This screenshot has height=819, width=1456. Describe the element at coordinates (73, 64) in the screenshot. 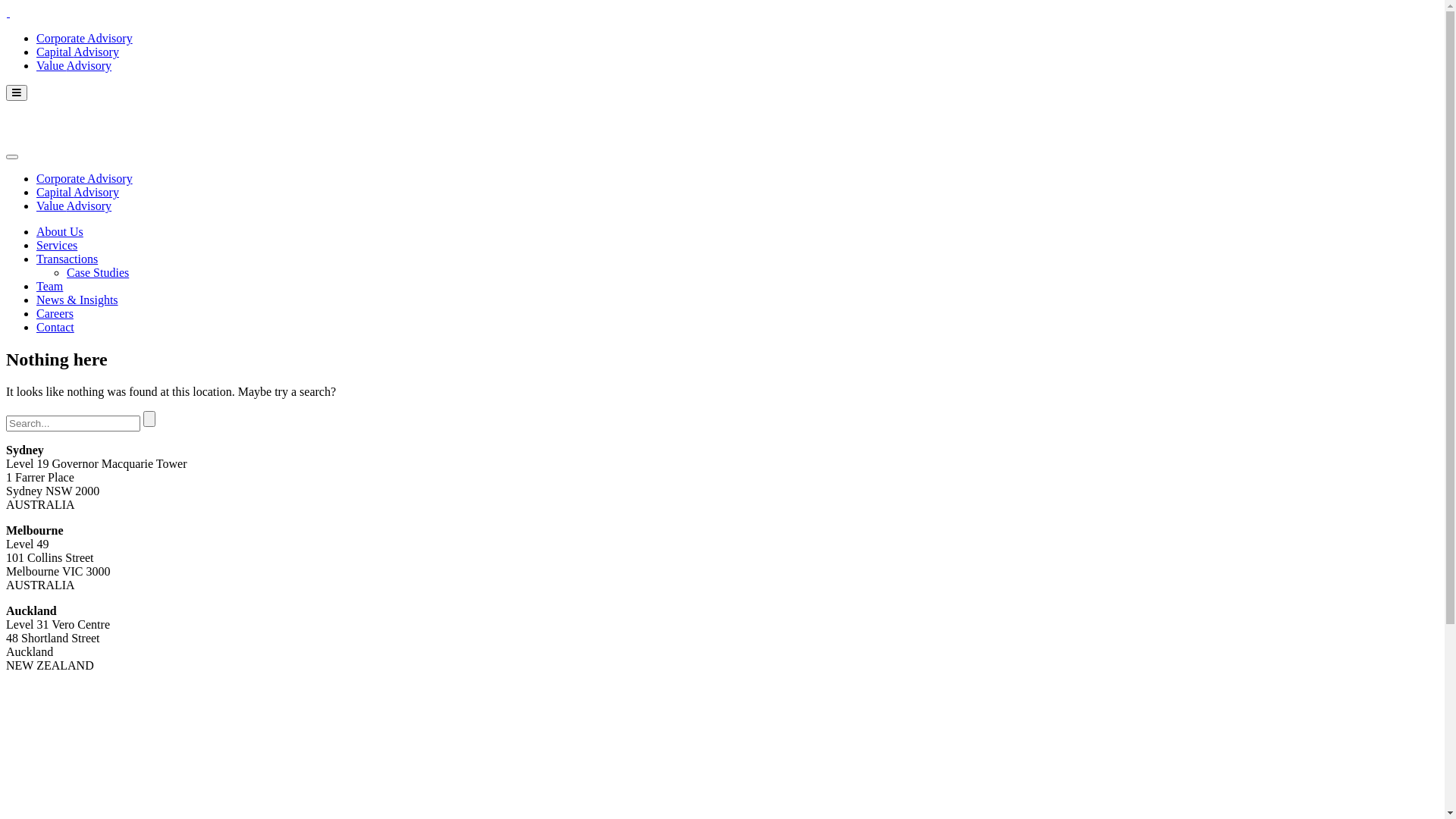

I see `'Value Advisory'` at that location.